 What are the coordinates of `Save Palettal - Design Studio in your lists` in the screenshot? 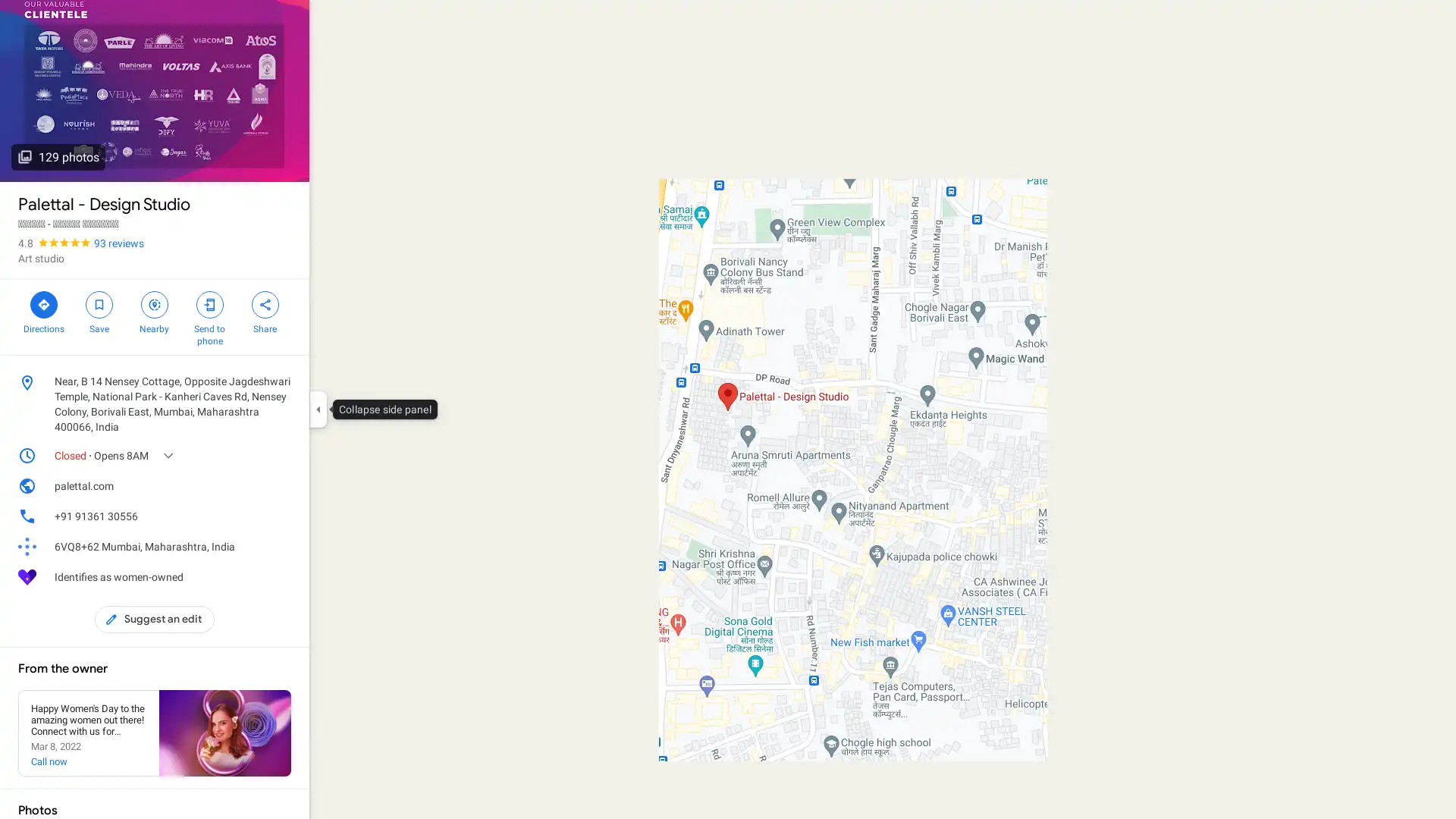 It's located at (98, 309).